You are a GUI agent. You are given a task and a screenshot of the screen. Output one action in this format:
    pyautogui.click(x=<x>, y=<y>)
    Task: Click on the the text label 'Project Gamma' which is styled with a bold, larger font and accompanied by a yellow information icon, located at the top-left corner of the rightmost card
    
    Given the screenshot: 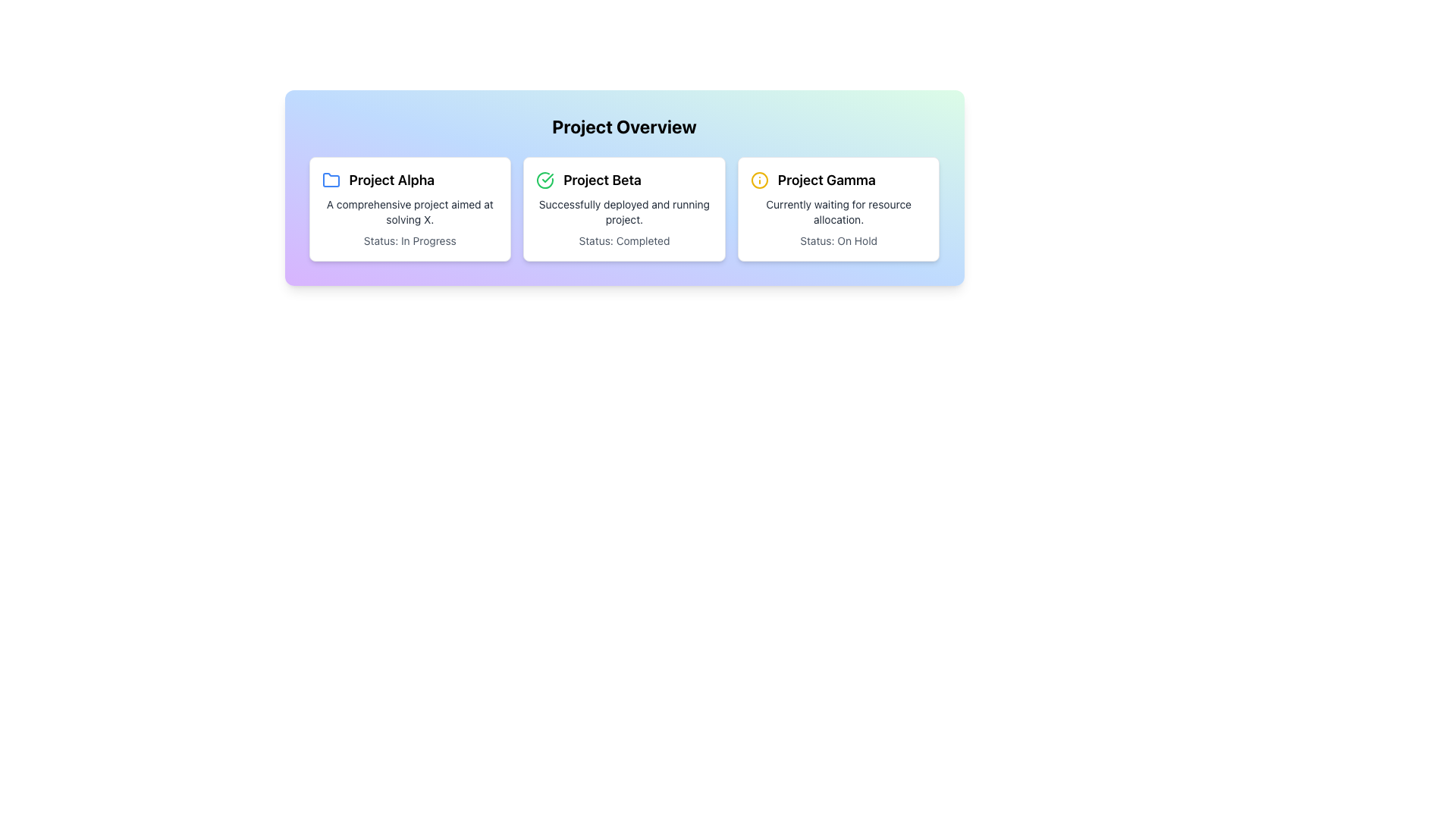 What is the action you would take?
    pyautogui.click(x=838, y=180)
    